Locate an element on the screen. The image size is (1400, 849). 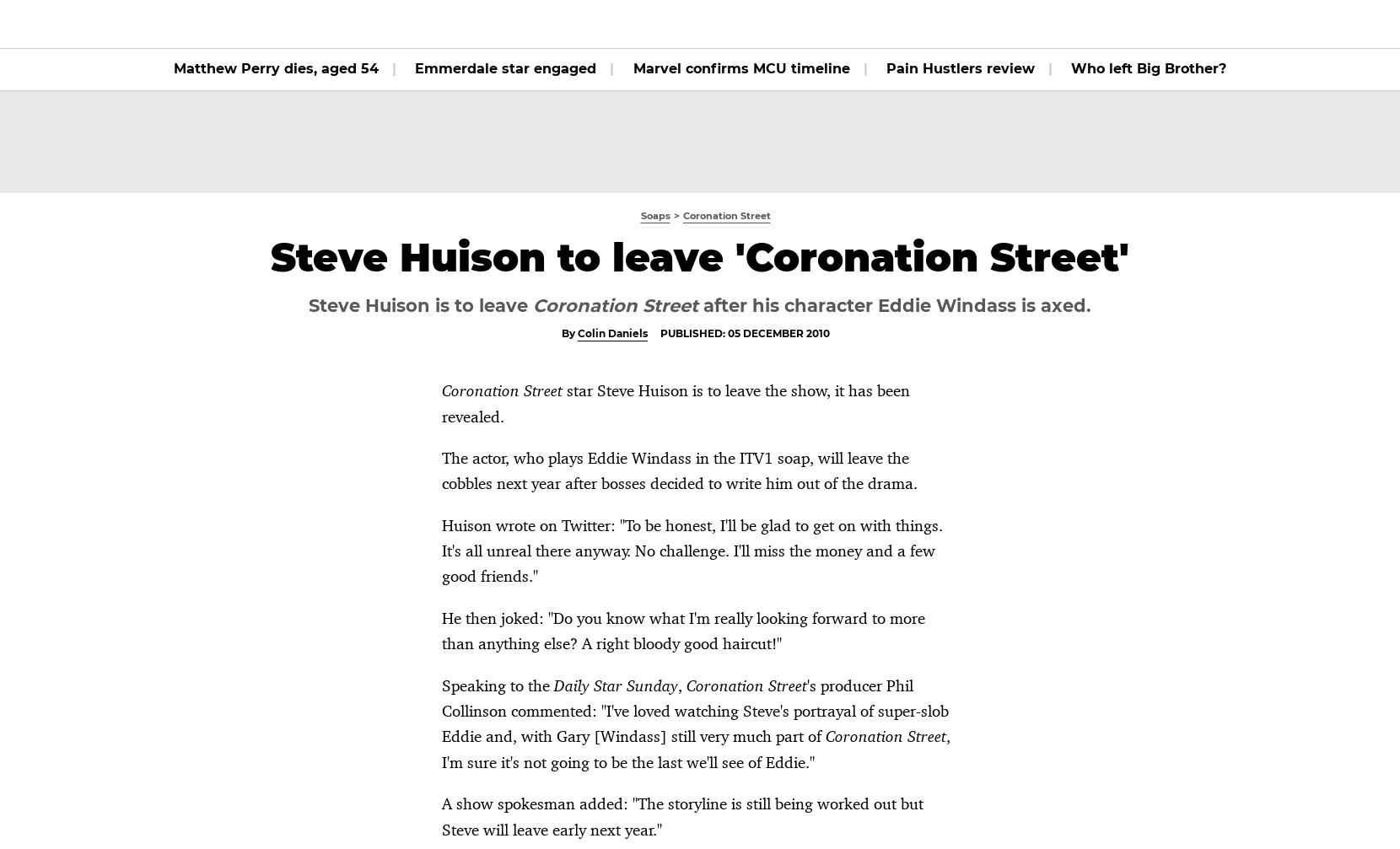
'Movies' is located at coordinates (399, 24).